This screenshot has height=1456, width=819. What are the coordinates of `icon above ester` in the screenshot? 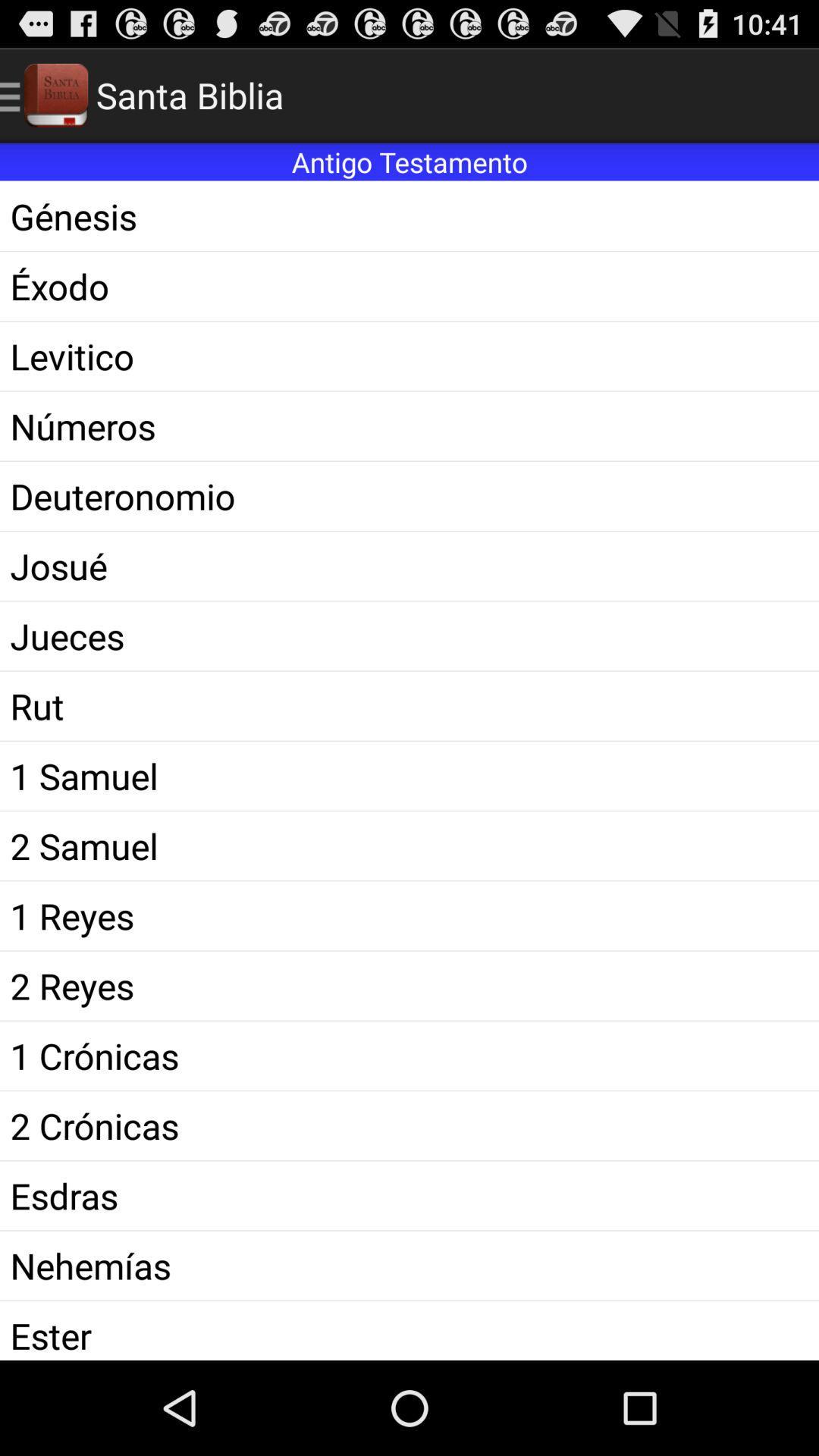 It's located at (409, 1266).